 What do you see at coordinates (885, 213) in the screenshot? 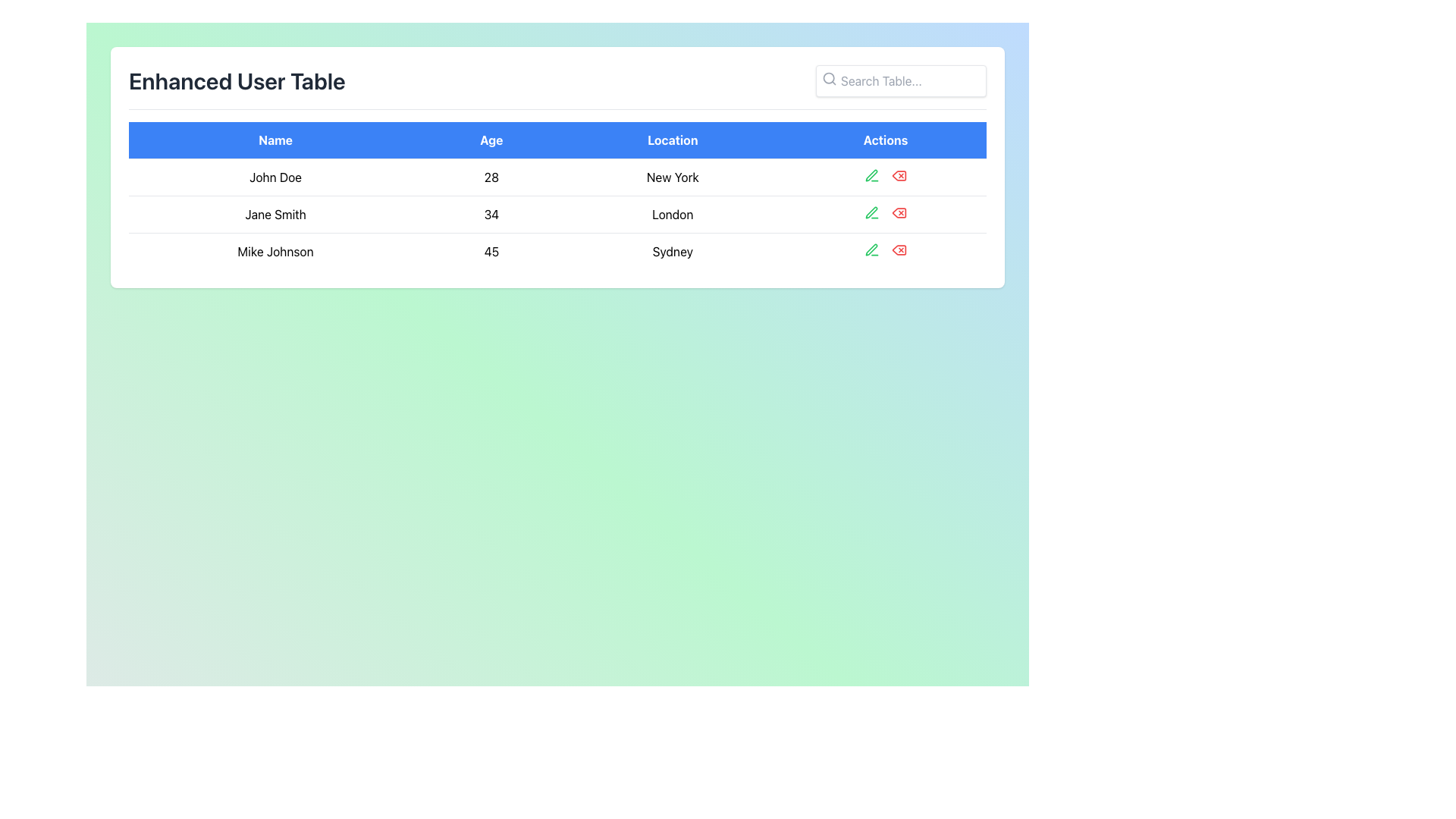
I see `the red delete button in the button group located in the 'Actions' column for the 'Jane Smith' entry` at bounding box center [885, 213].